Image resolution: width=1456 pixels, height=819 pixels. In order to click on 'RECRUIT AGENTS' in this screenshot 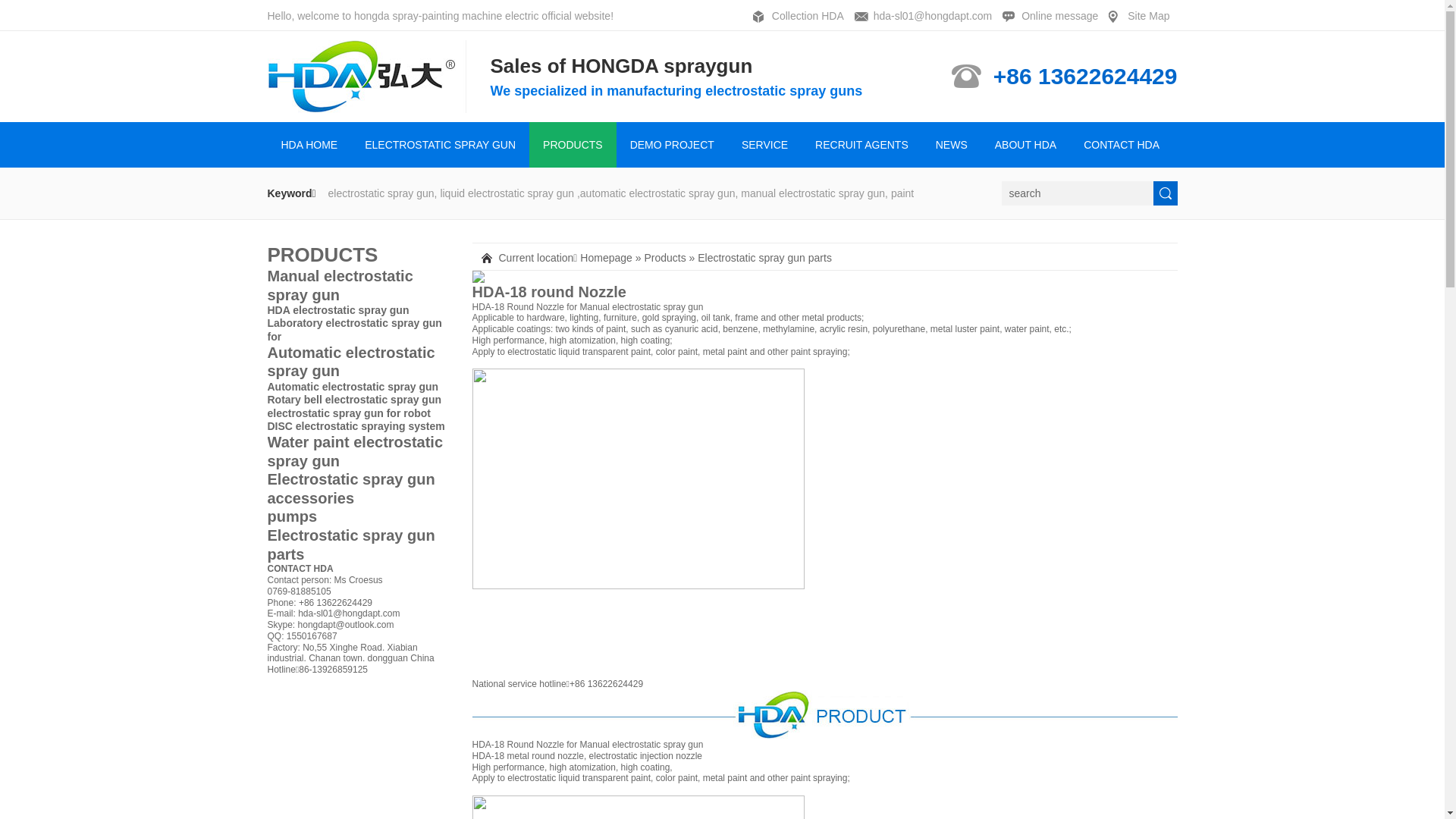, I will do `click(861, 145)`.